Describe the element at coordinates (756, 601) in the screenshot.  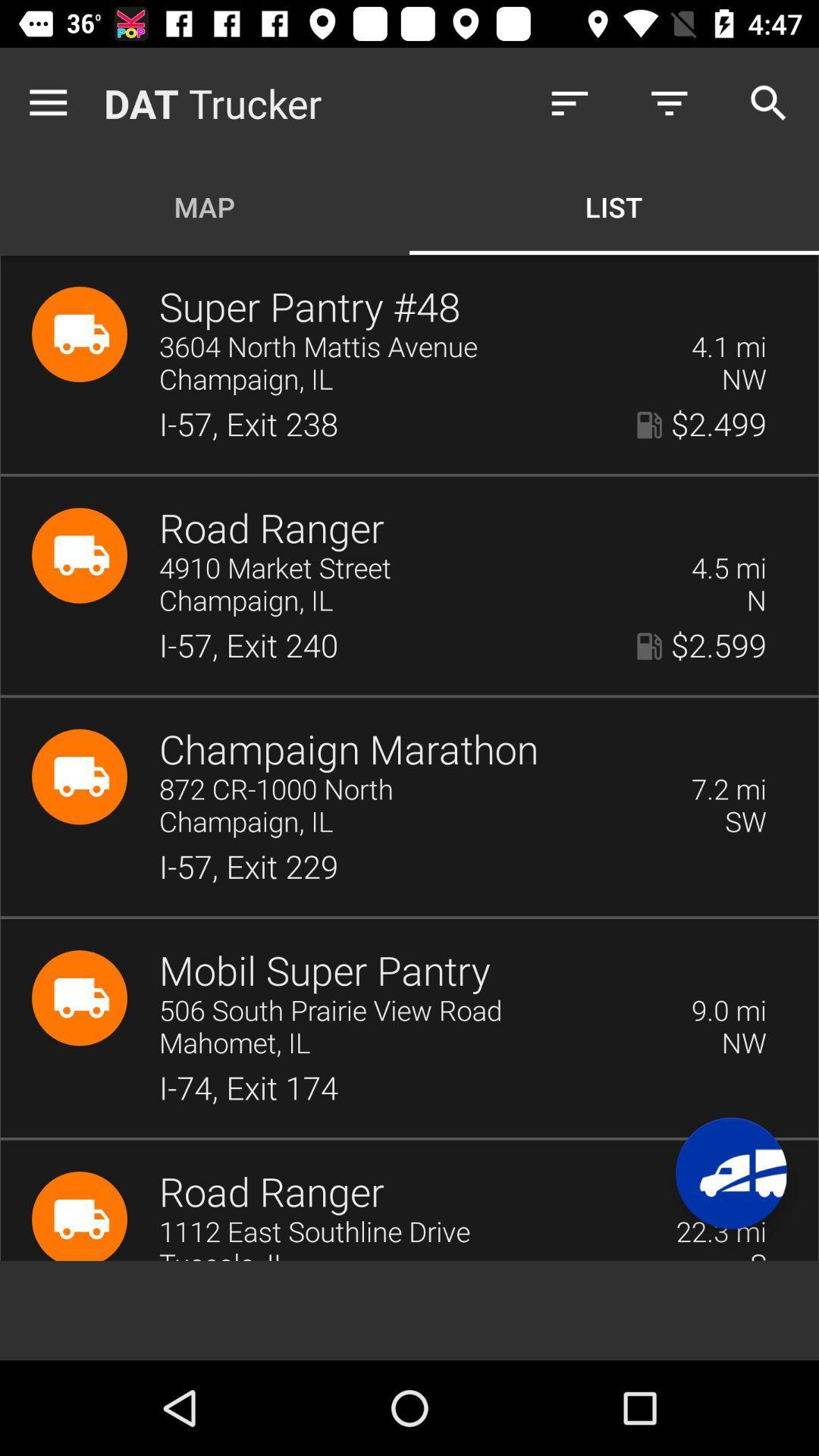
I see `n` at that location.